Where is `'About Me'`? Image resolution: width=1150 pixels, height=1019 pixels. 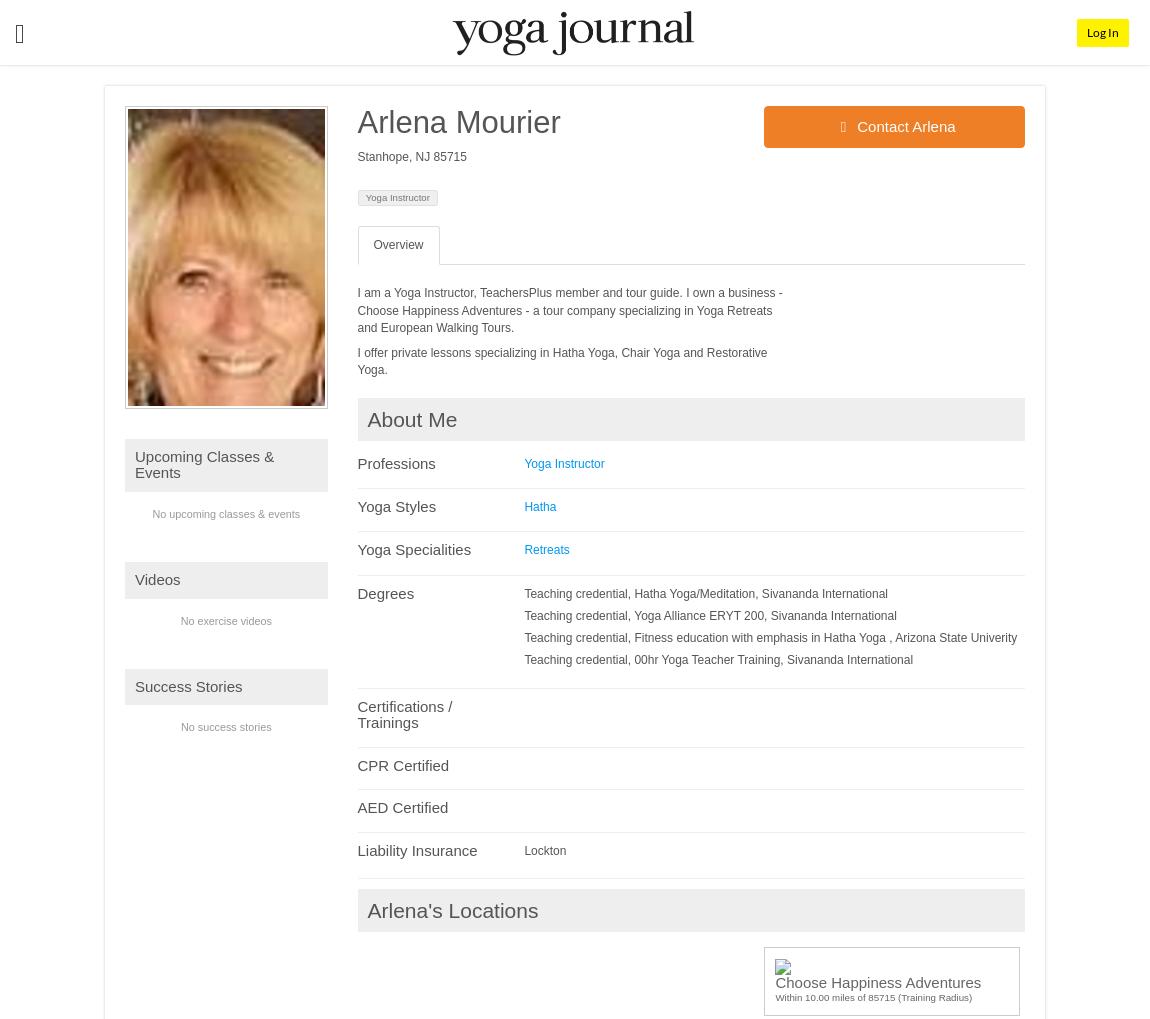
'About Me' is located at coordinates (412, 419).